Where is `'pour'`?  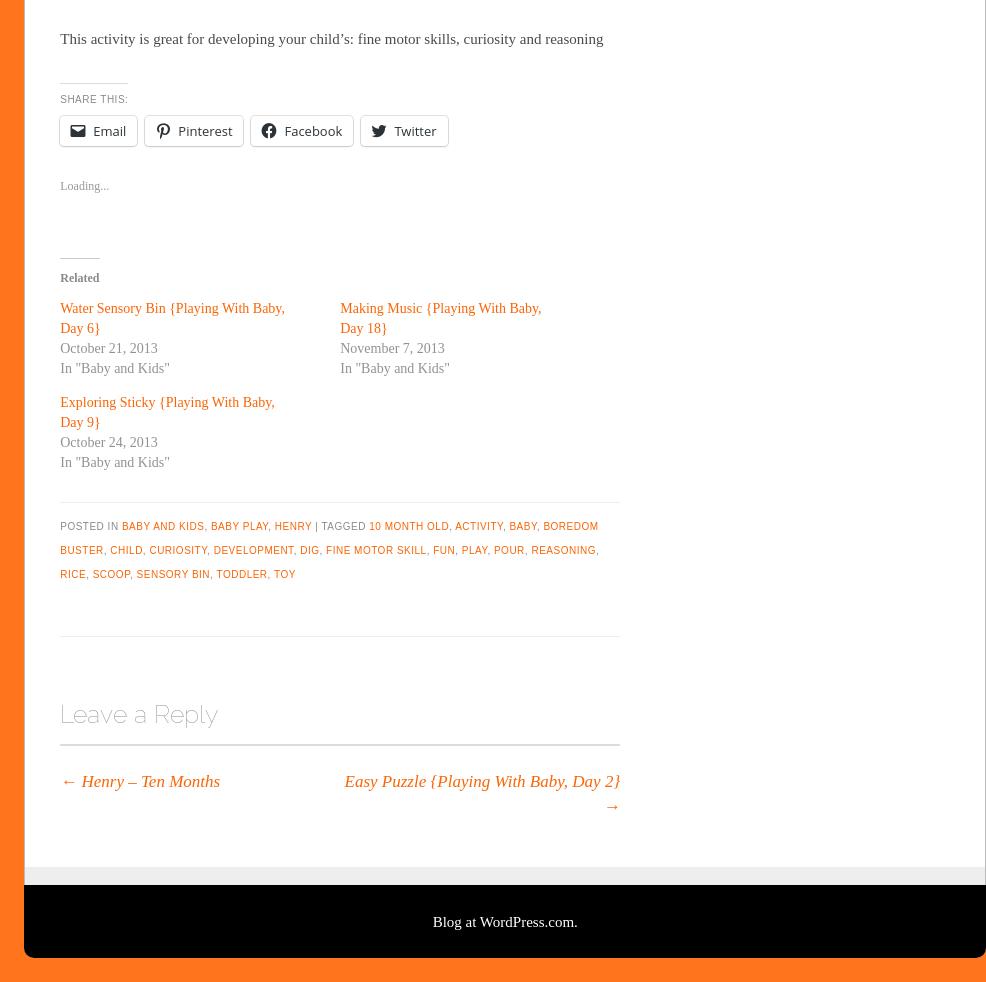
'pour' is located at coordinates (507, 549).